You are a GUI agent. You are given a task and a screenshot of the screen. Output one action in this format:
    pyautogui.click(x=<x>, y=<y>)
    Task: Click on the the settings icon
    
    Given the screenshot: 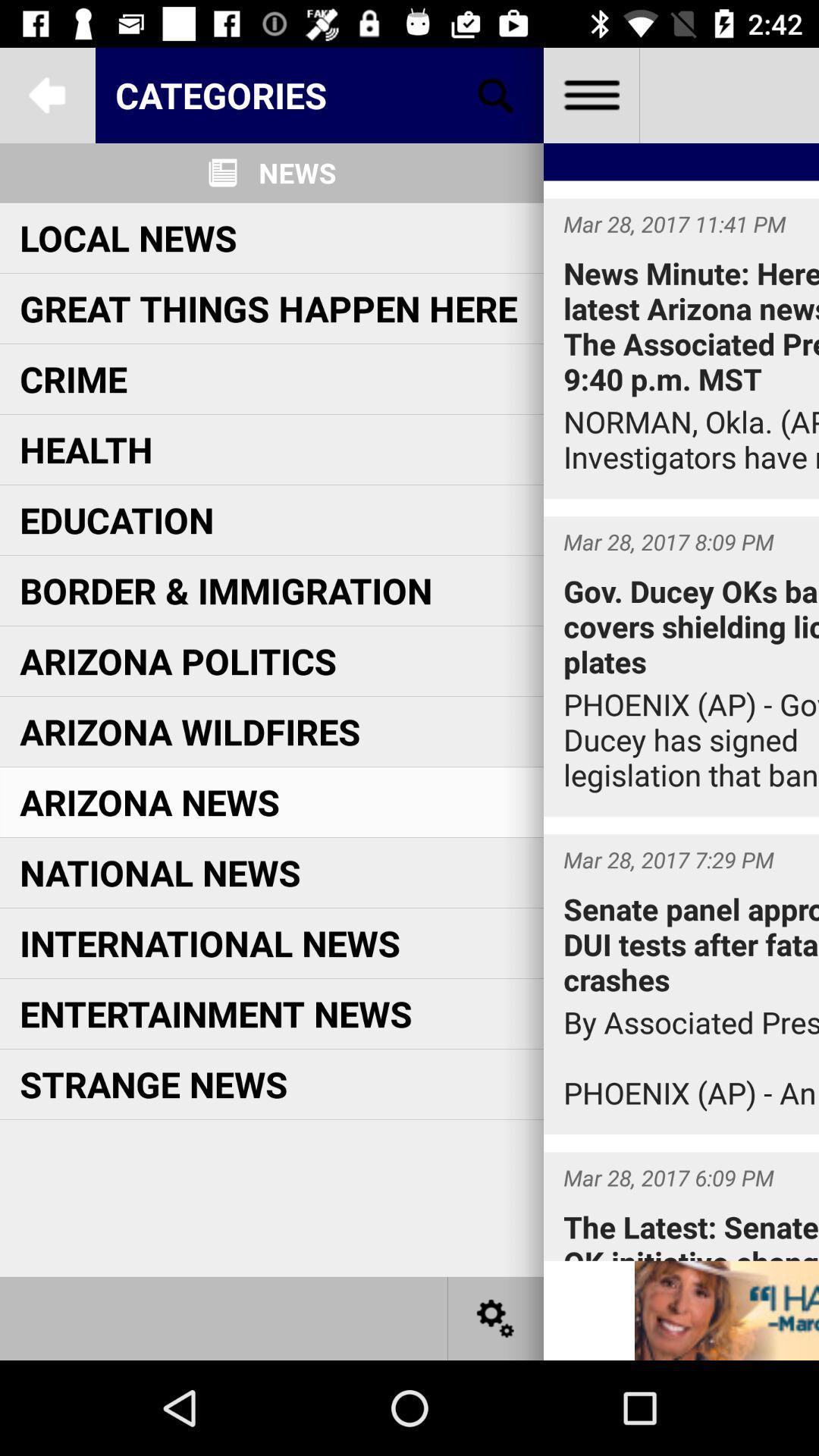 What is the action you would take?
    pyautogui.click(x=496, y=1317)
    